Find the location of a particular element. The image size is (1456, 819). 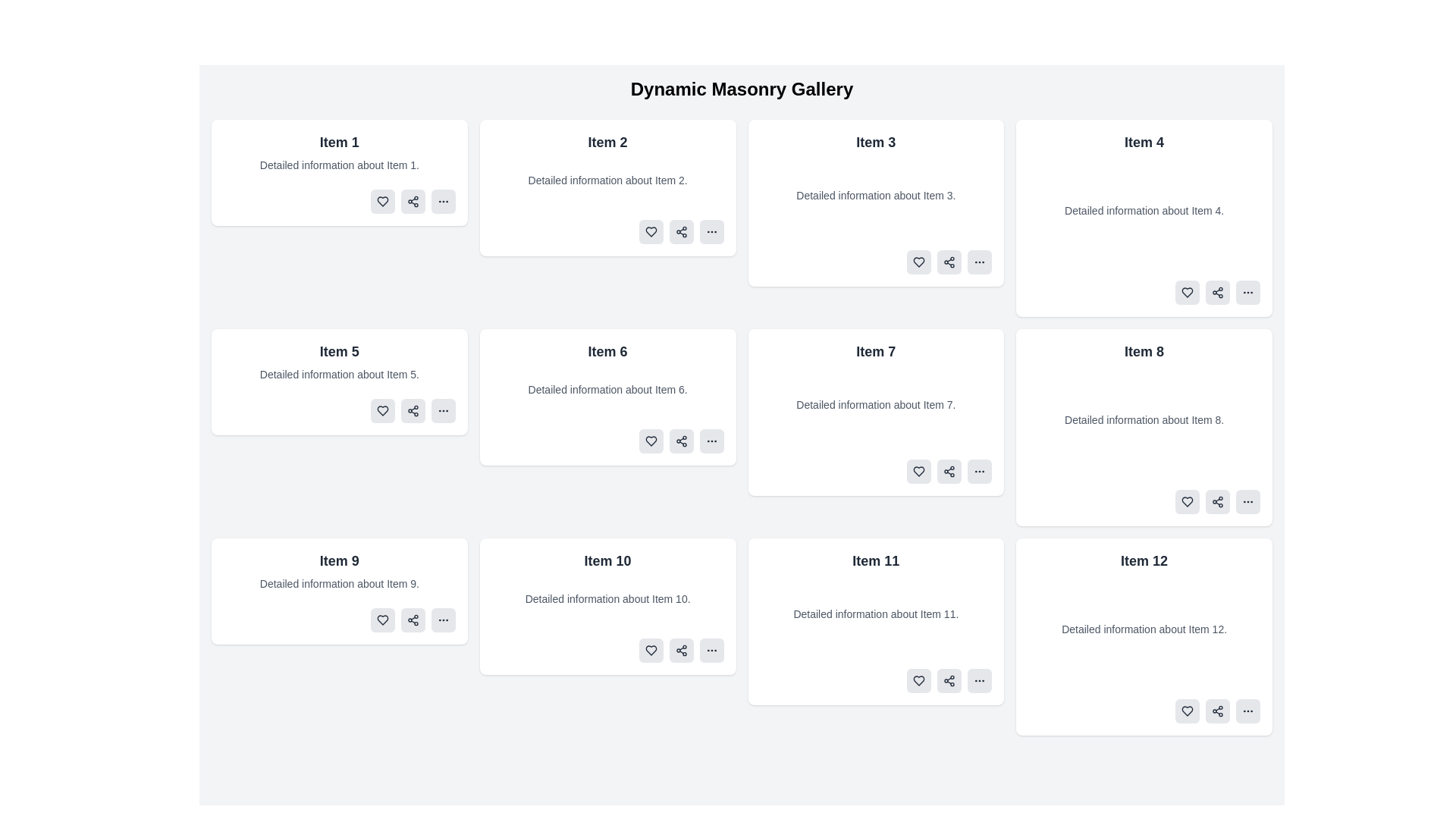

the third button with a gray background and rounded corners containing a three-dot icon, located in the action section below 'Item 9' for accessibility navigation is located at coordinates (442, 620).